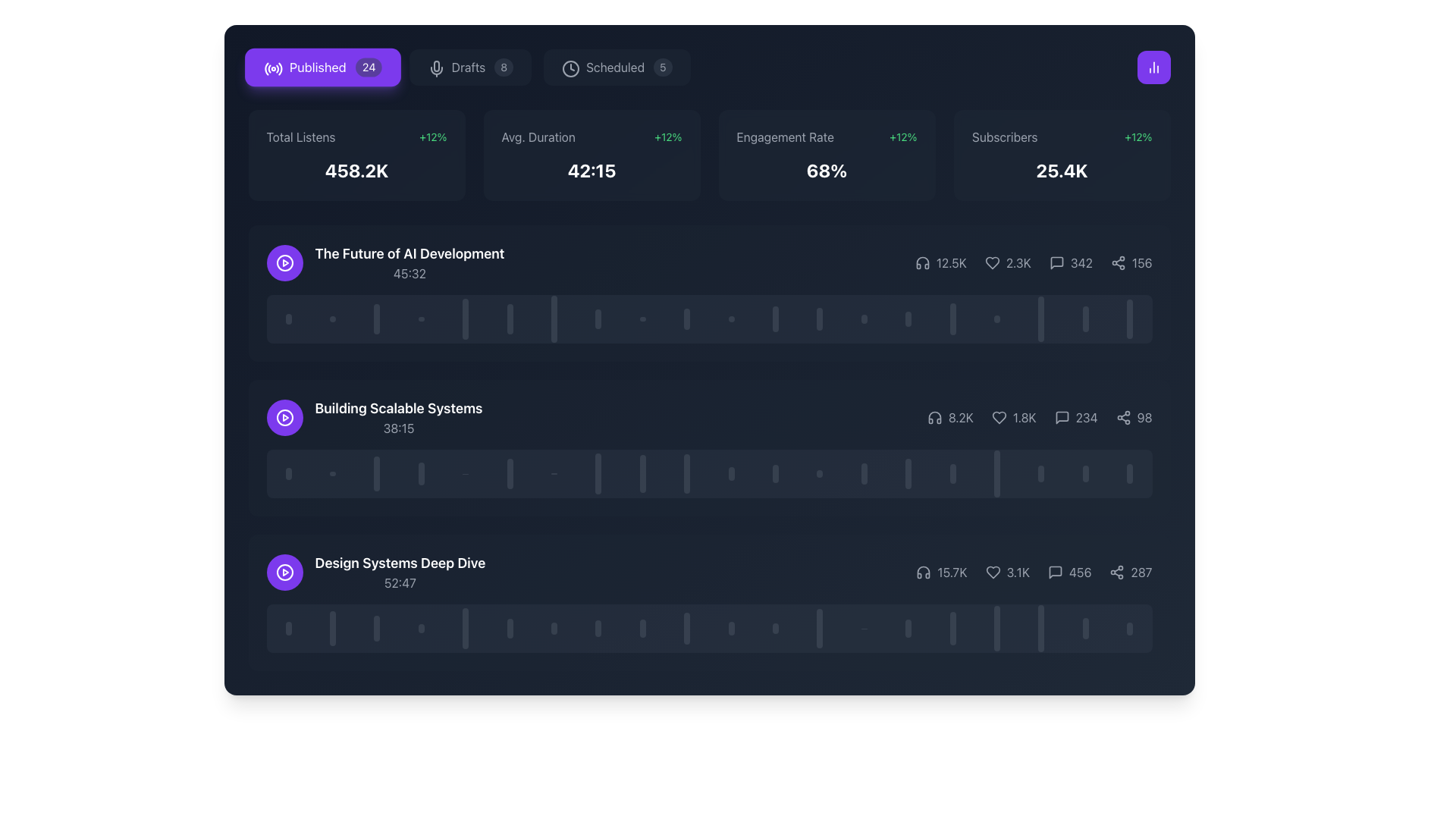  Describe the element at coordinates (1084, 472) in the screenshot. I see `the 19th vertical progress bar element, which is light gray and has a rounded end, positioned below the 'Building Scalable Systems' list` at that location.